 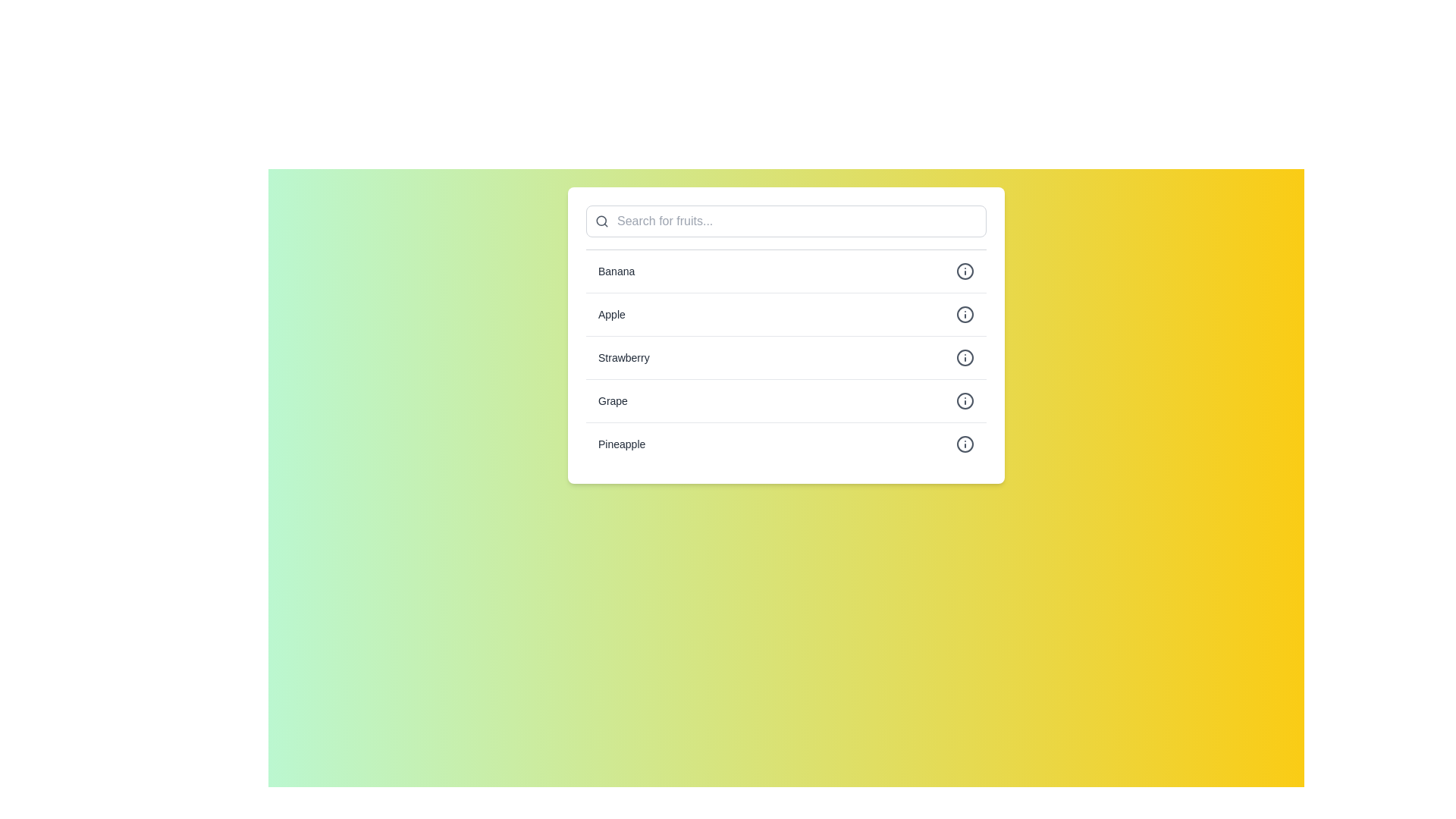 I want to click on the search icon located inside the search bar, positioned towards the leftmost boundary and vertically centered with the input box, so click(x=601, y=221).